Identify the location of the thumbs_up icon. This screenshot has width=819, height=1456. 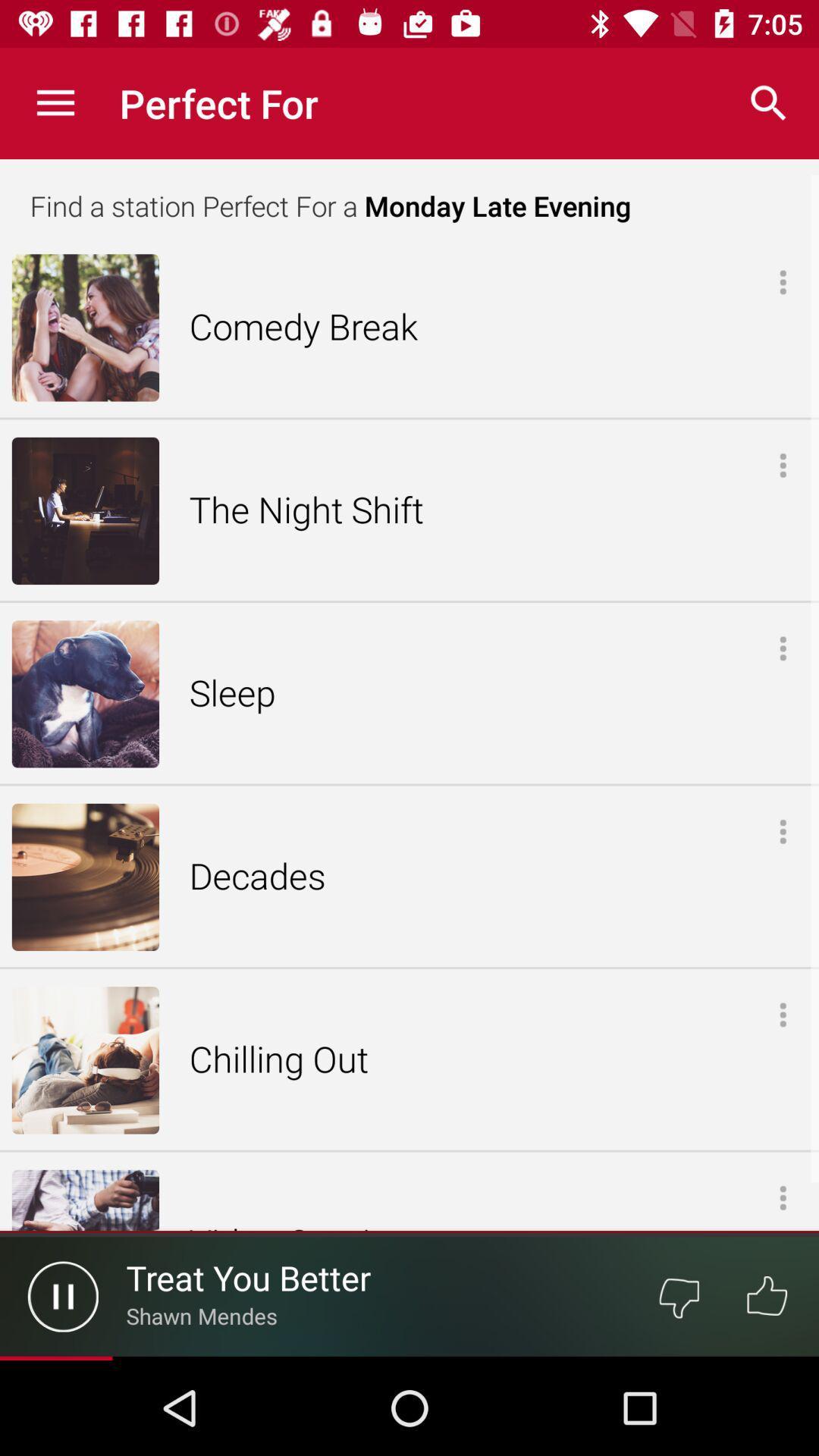
(767, 1295).